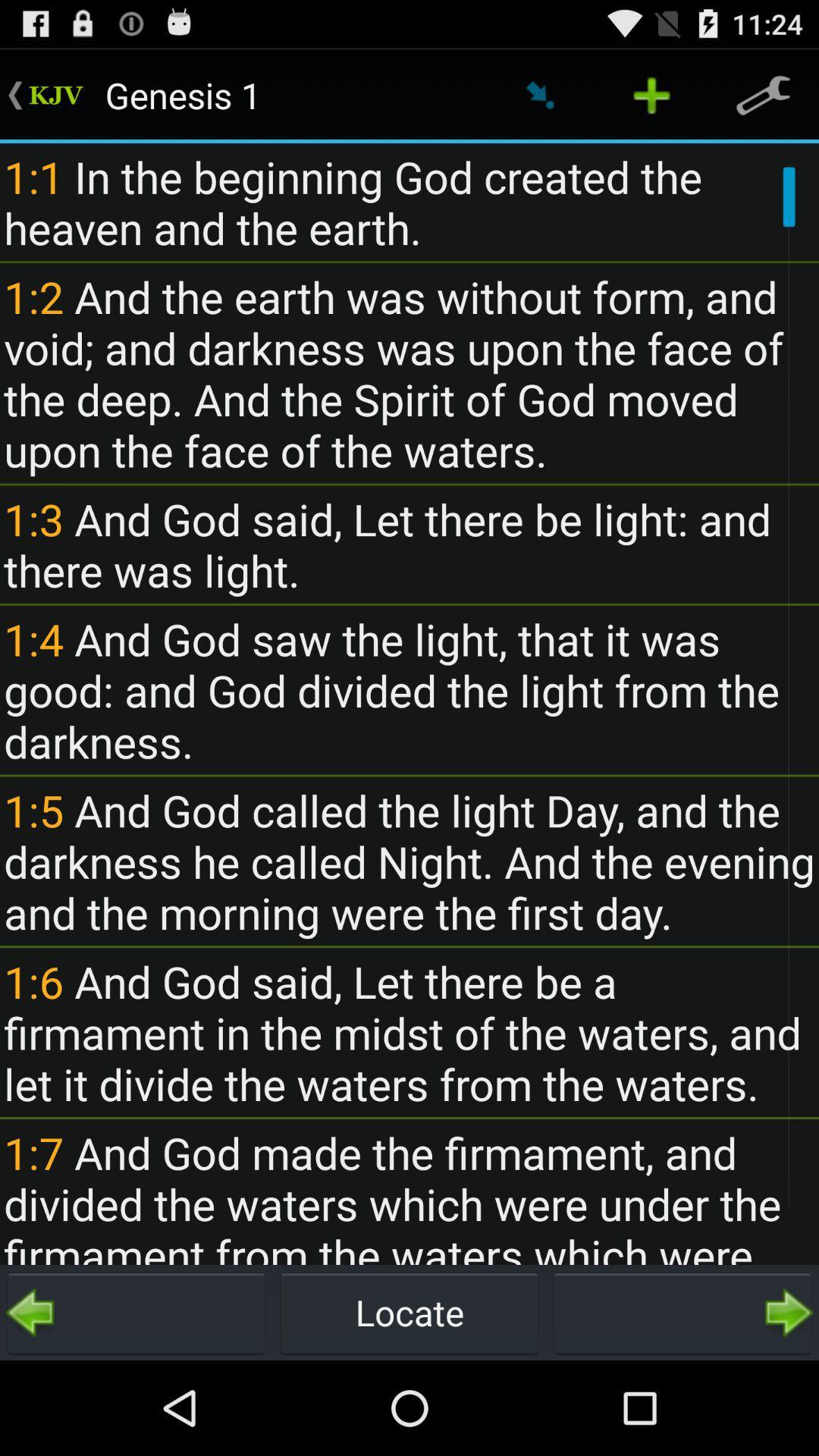 The image size is (819, 1456). What do you see at coordinates (136, 1312) in the screenshot?
I see `go back` at bounding box center [136, 1312].